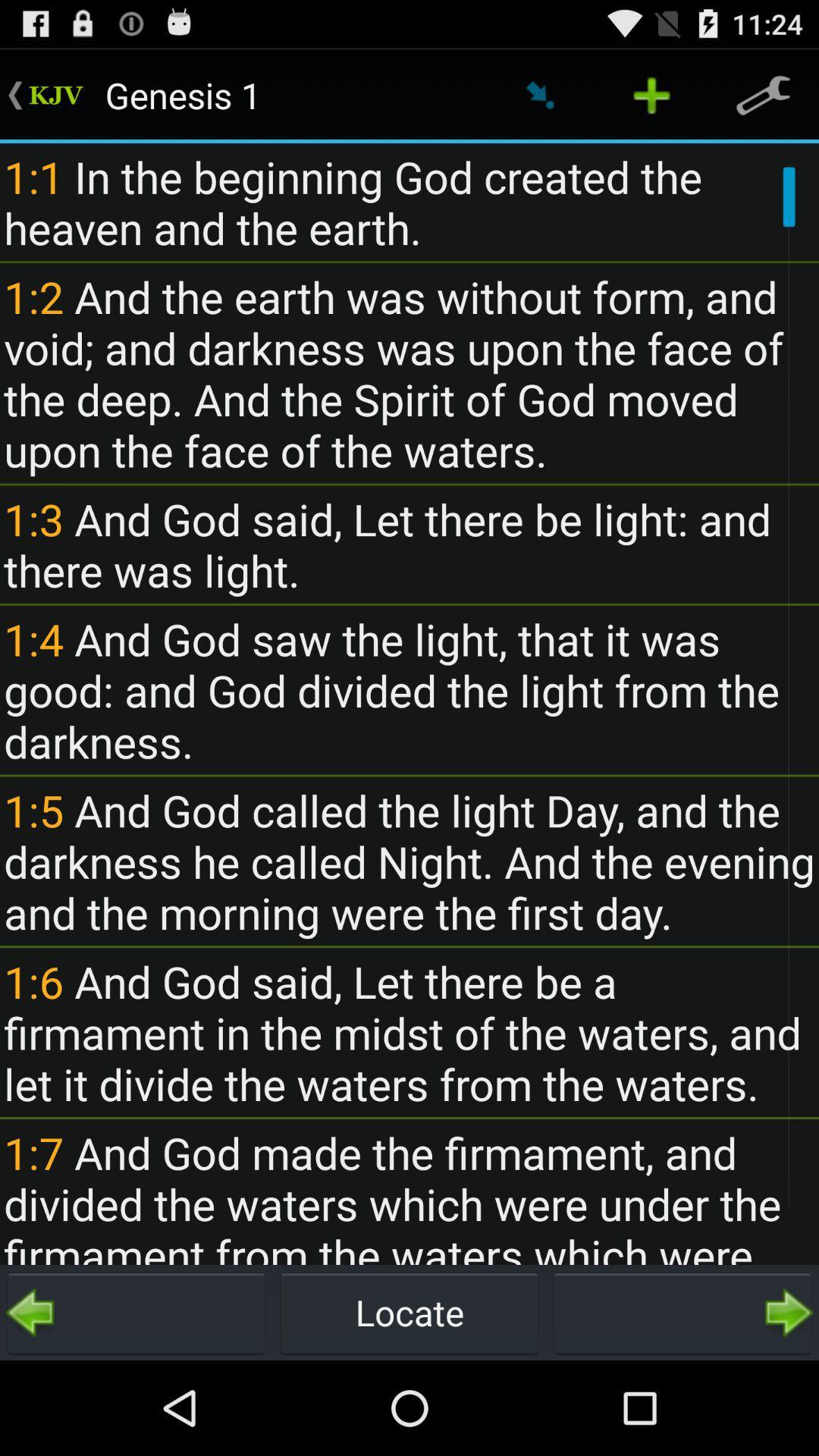 The image size is (819, 1456). What do you see at coordinates (136, 1312) in the screenshot?
I see `go back` at bounding box center [136, 1312].